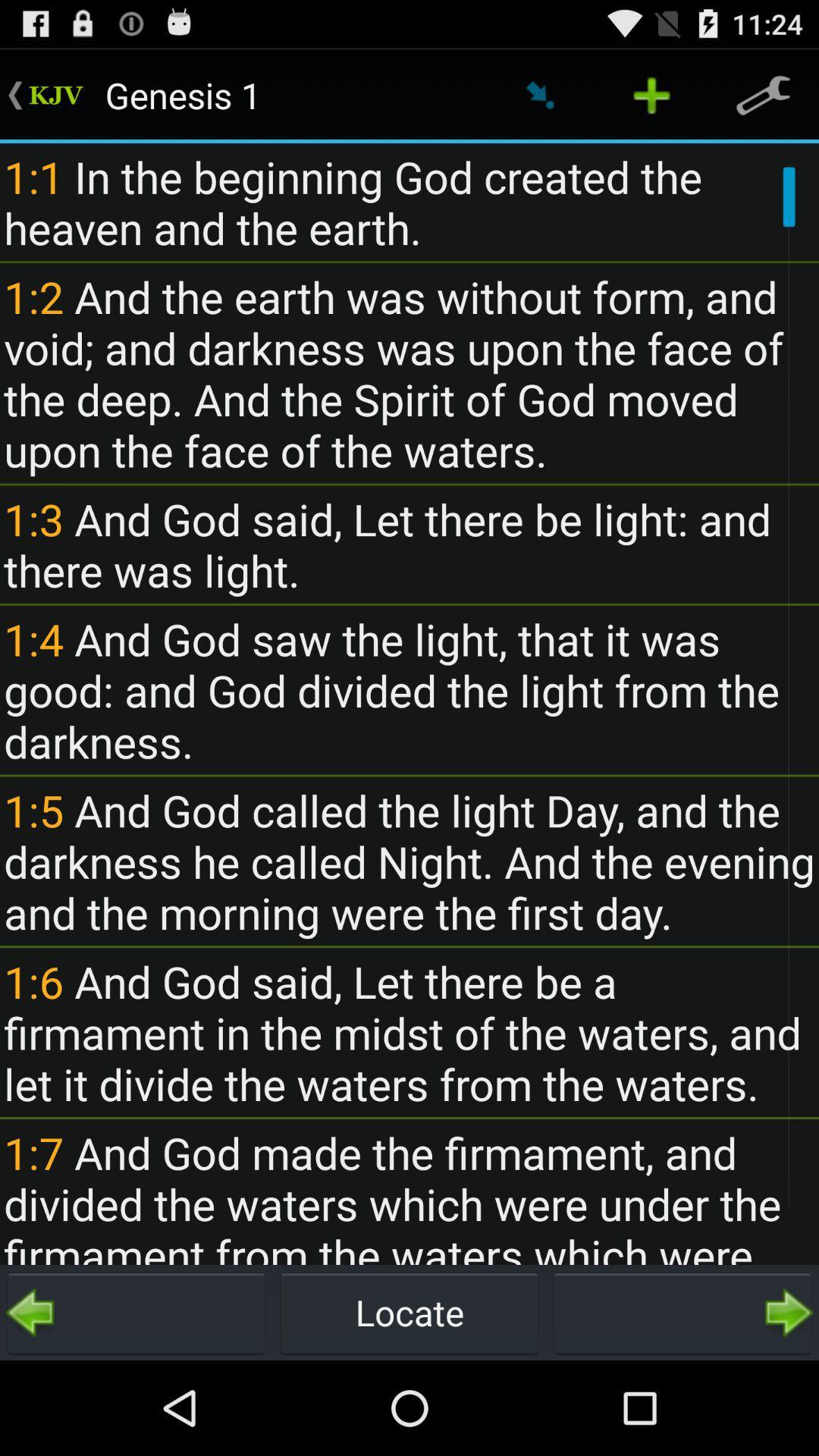 The image size is (819, 1456). What do you see at coordinates (136, 1312) in the screenshot?
I see `go back` at bounding box center [136, 1312].